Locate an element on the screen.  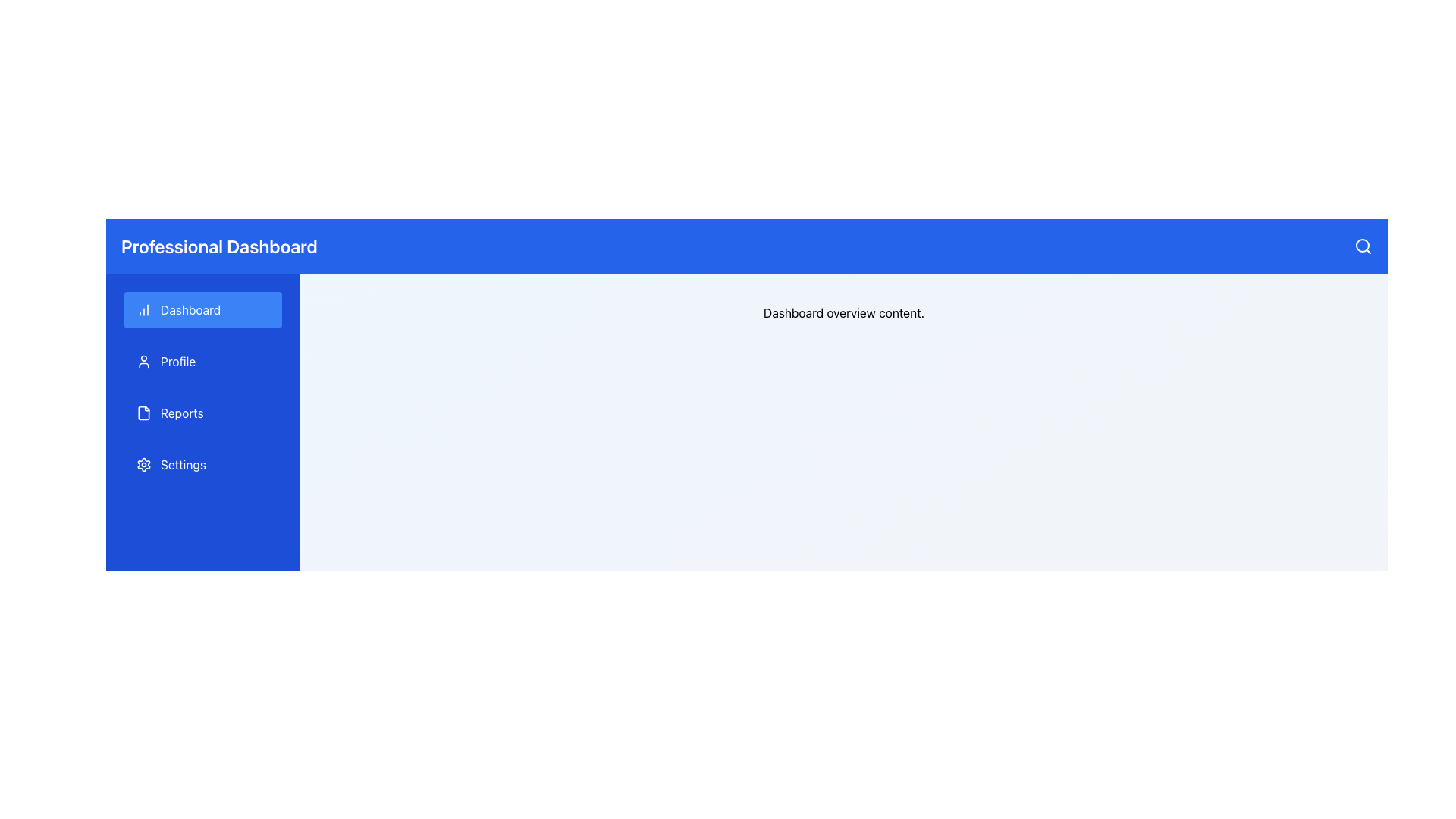
the navigation button located third in the vertical list on the left sidebar is located at coordinates (202, 413).